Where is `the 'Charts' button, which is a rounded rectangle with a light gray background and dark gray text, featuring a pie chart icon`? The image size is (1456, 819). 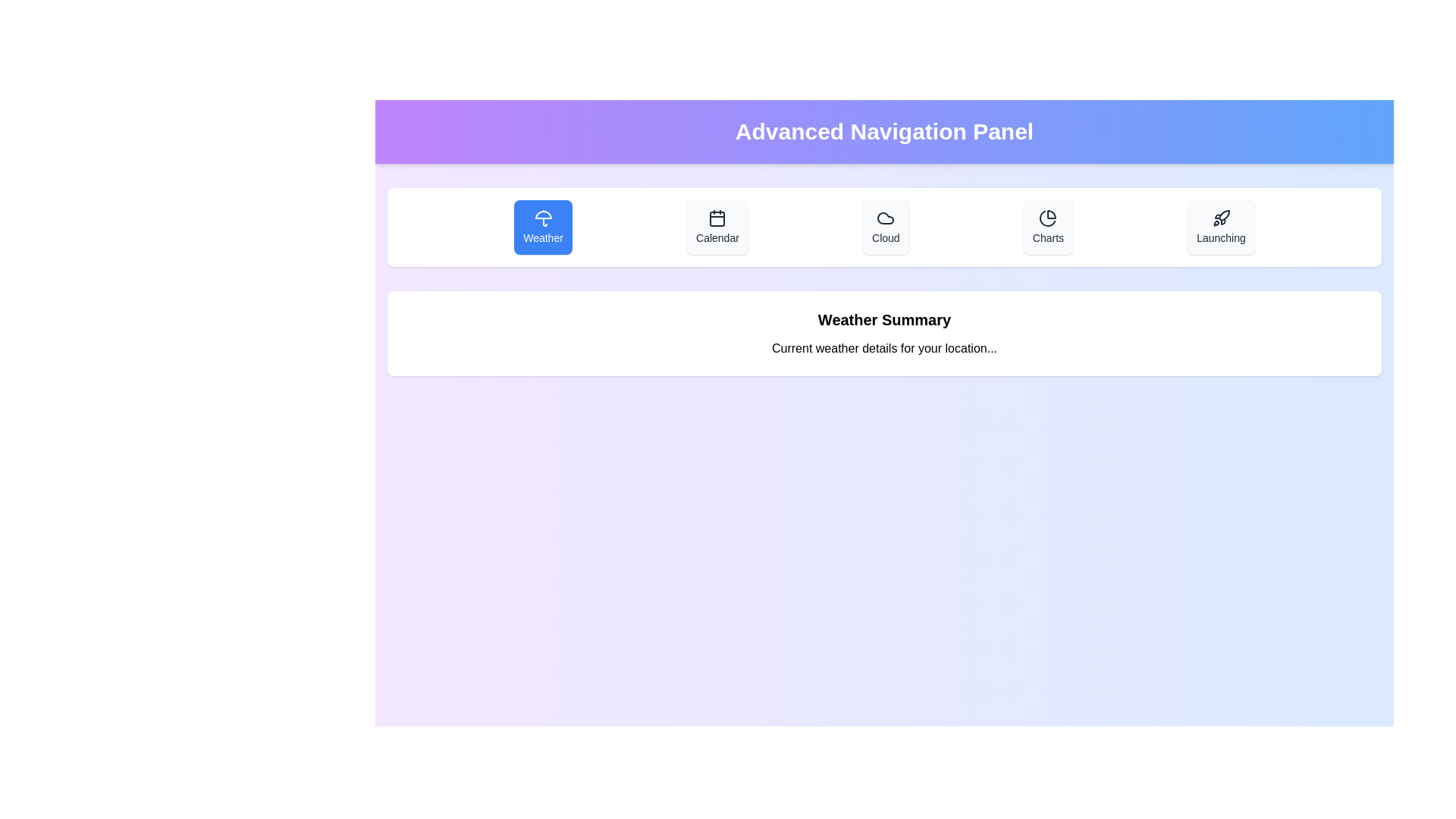
the 'Charts' button, which is a rounded rectangle with a light gray background and dark gray text, featuring a pie chart icon is located at coordinates (1047, 227).